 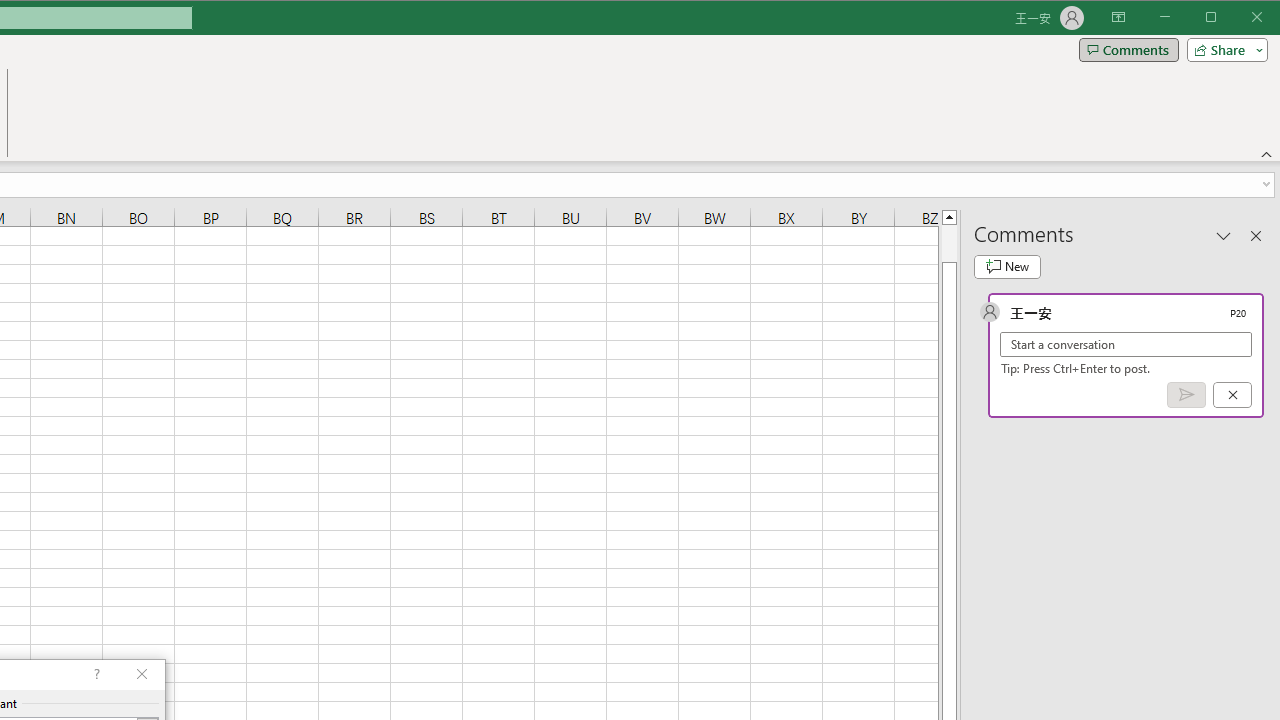 I want to click on 'Cancel', so click(x=1231, y=395).